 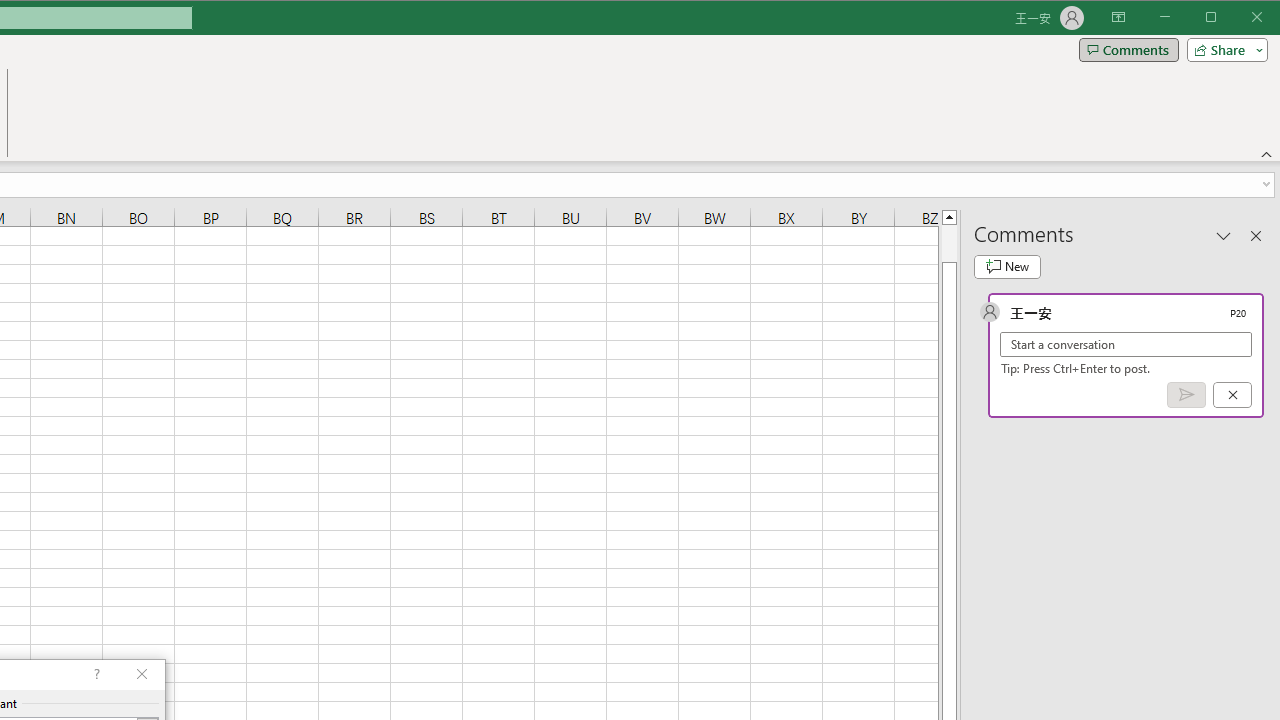 I want to click on 'Cancel', so click(x=1231, y=395).